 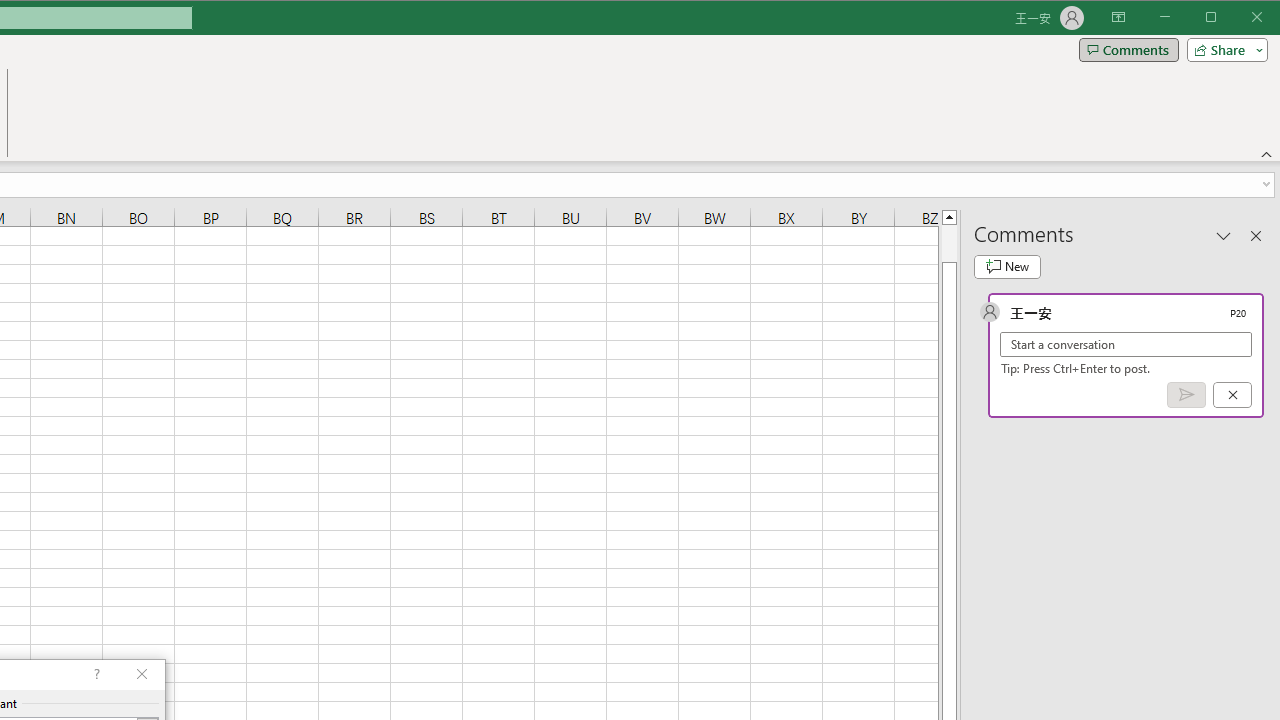 I want to click on 'Cancel', so click(x=1231, y=395).